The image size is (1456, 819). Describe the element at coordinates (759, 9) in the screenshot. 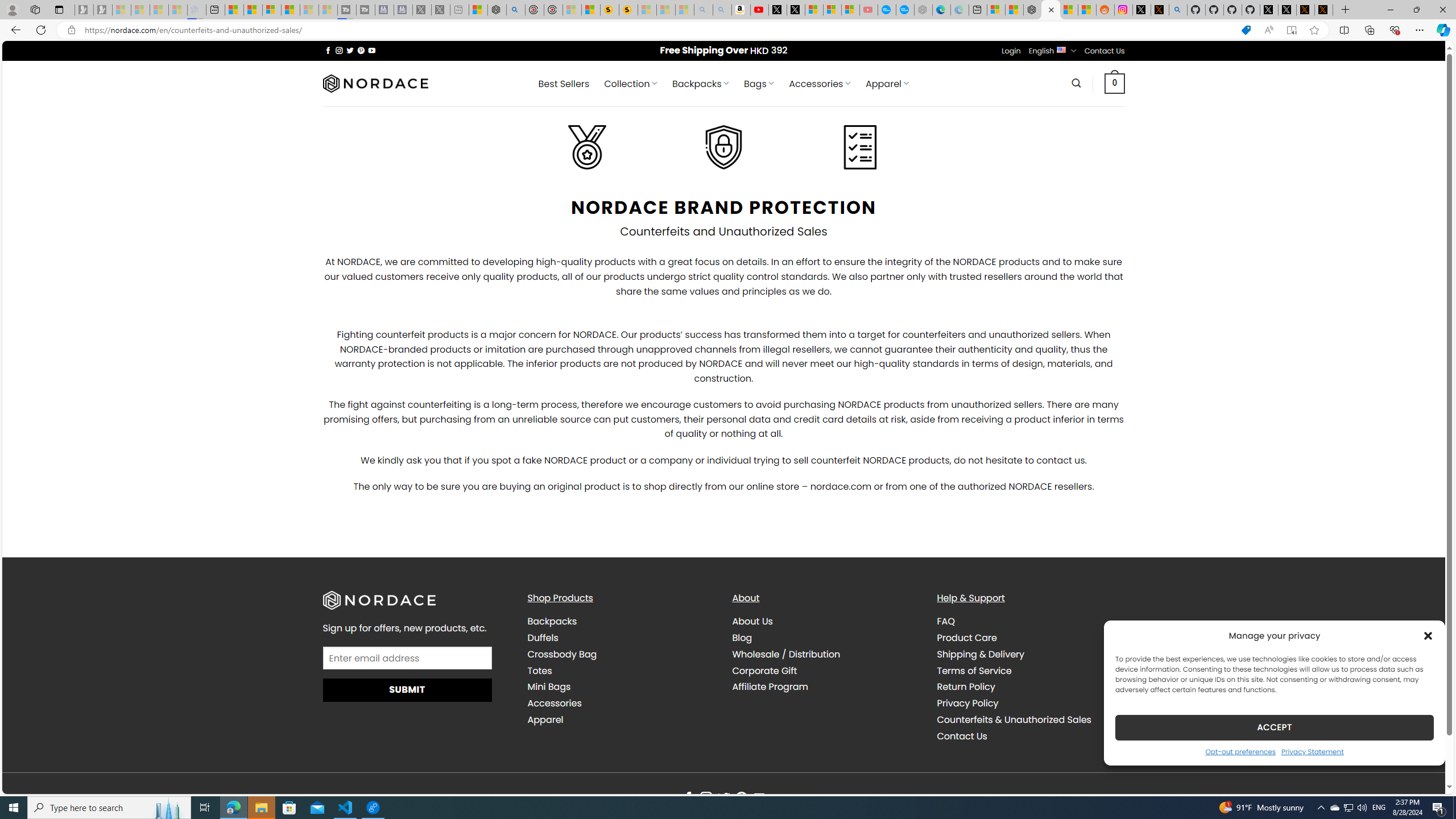

I see `'Day 1: Arriving in Yemen (surreal to be here) - YouTube'` at that location.